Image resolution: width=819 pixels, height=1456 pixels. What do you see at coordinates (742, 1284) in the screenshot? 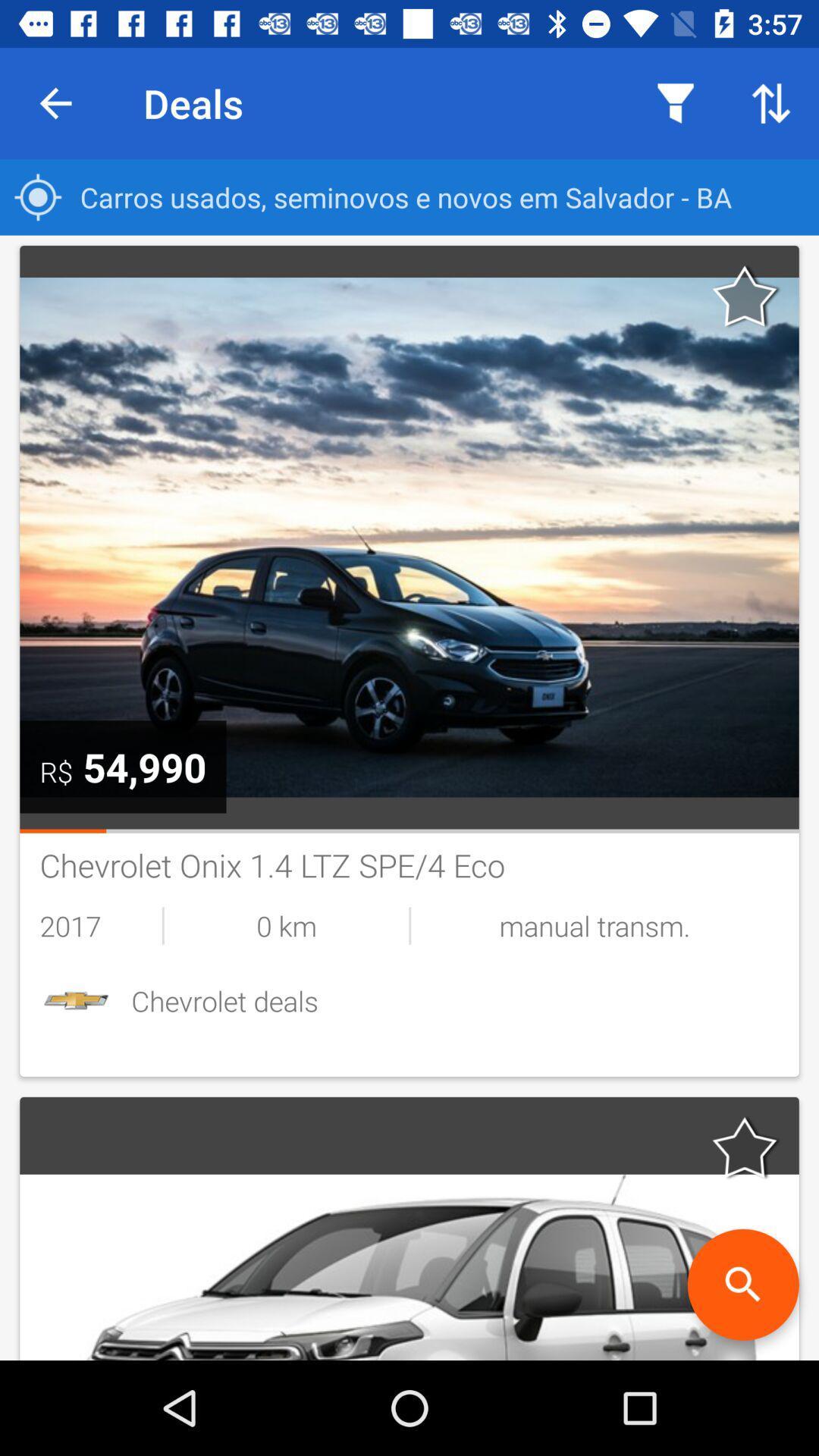
I see `zoom the picture` at bounding box center [742, 1284].